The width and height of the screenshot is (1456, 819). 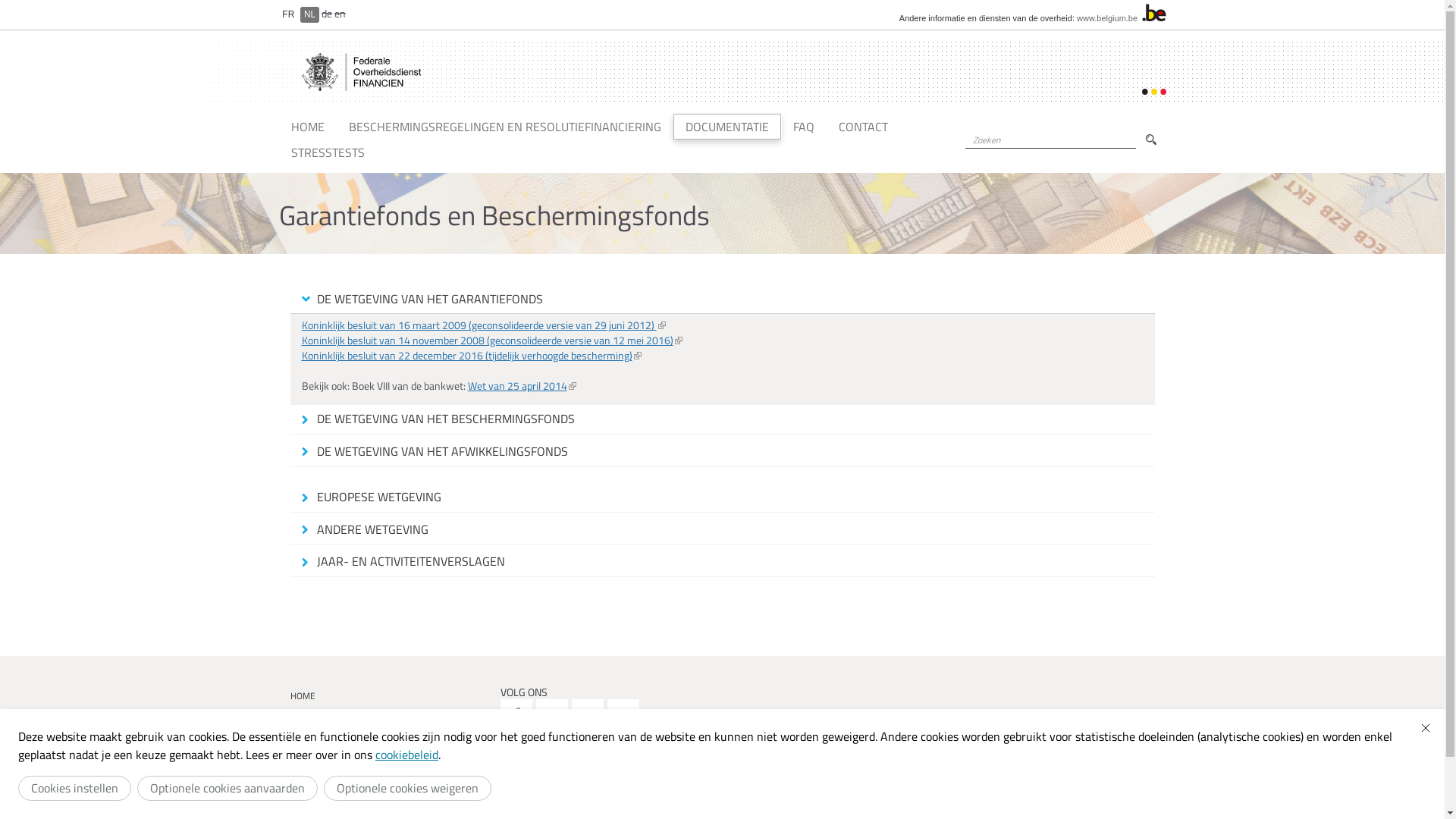 What do you see at coordinates (17, 0) in the screenshot?
I see `'Skip to main content'` at bounding box center [17, 0].